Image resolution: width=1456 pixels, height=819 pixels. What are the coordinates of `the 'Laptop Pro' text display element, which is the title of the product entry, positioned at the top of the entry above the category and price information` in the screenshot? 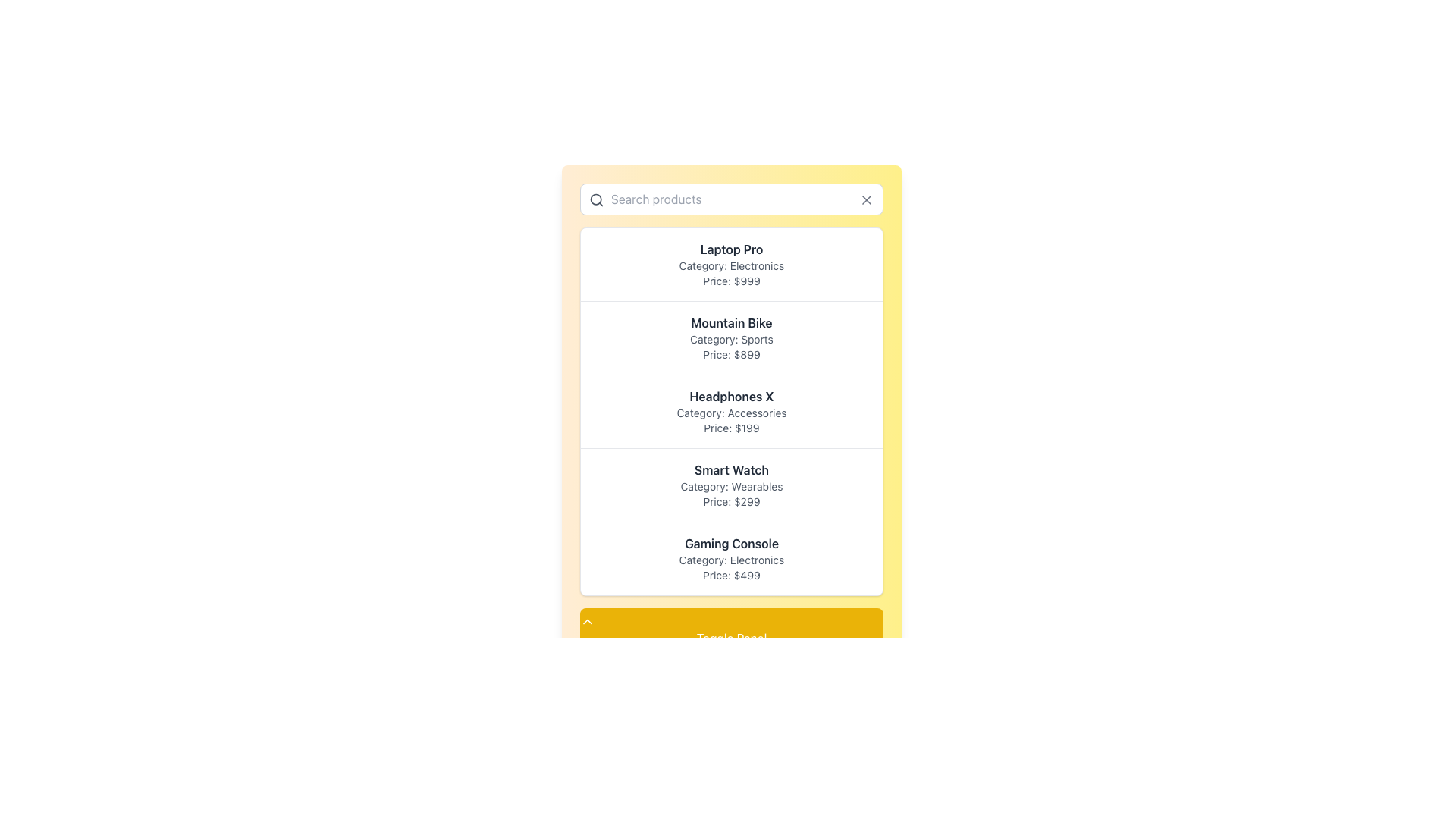 It's located at (731, 248).